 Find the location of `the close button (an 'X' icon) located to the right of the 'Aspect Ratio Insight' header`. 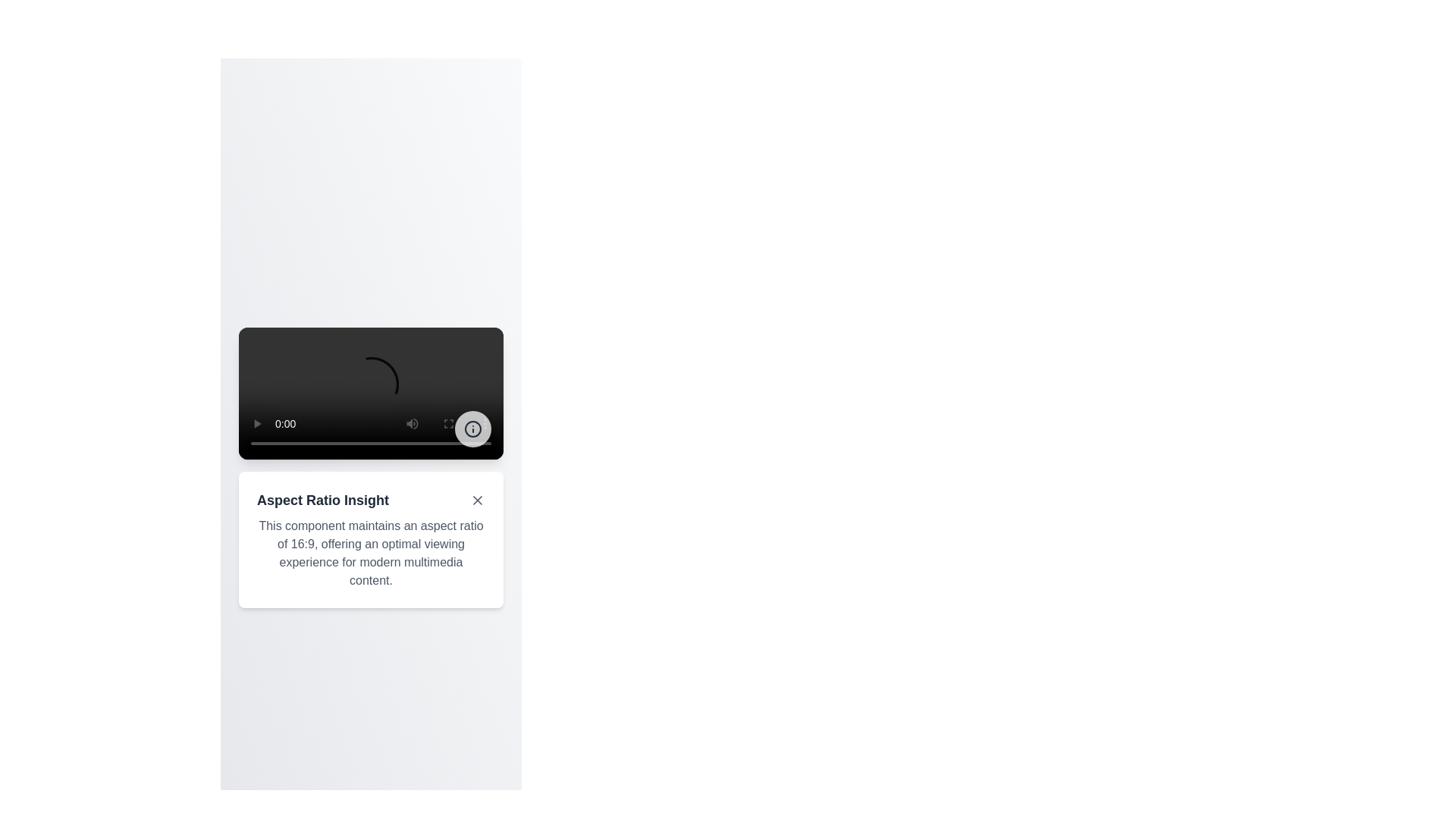

the close button (an 'X' icon) located to the right of the 'Aspect Ratio Insight' header is located at coordinates (476, 500).